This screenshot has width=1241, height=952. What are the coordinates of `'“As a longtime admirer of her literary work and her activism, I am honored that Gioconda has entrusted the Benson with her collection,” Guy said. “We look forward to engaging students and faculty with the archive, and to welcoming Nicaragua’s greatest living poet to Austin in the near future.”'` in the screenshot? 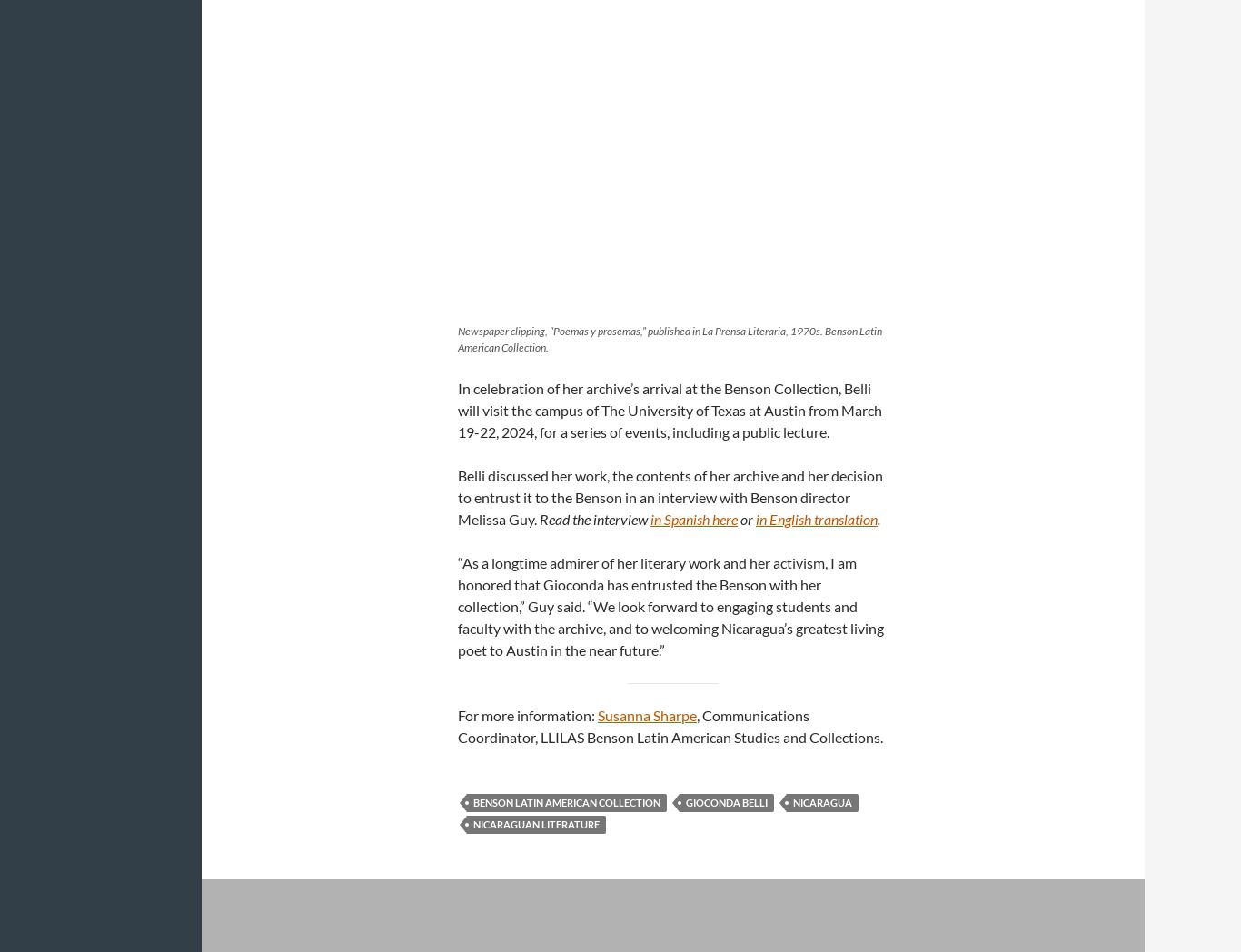 It's located at (670, 605).